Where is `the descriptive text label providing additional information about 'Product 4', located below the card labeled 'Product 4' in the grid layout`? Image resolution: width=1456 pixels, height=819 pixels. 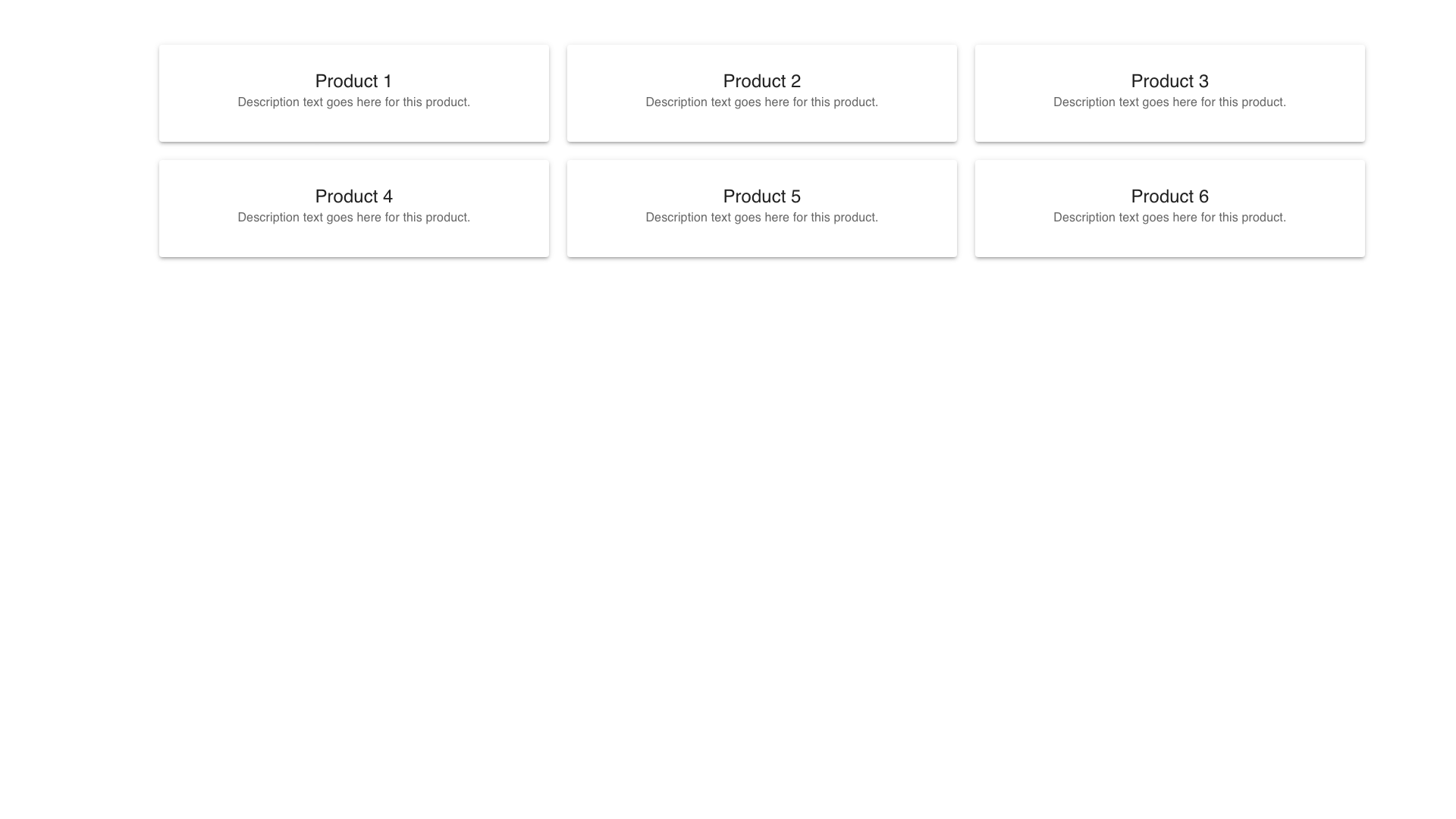 the descriptive text label providing additional information about 'Product 4', located below the card labeled 'Product 4' in the grid layout is located at coordinates (353, 218).